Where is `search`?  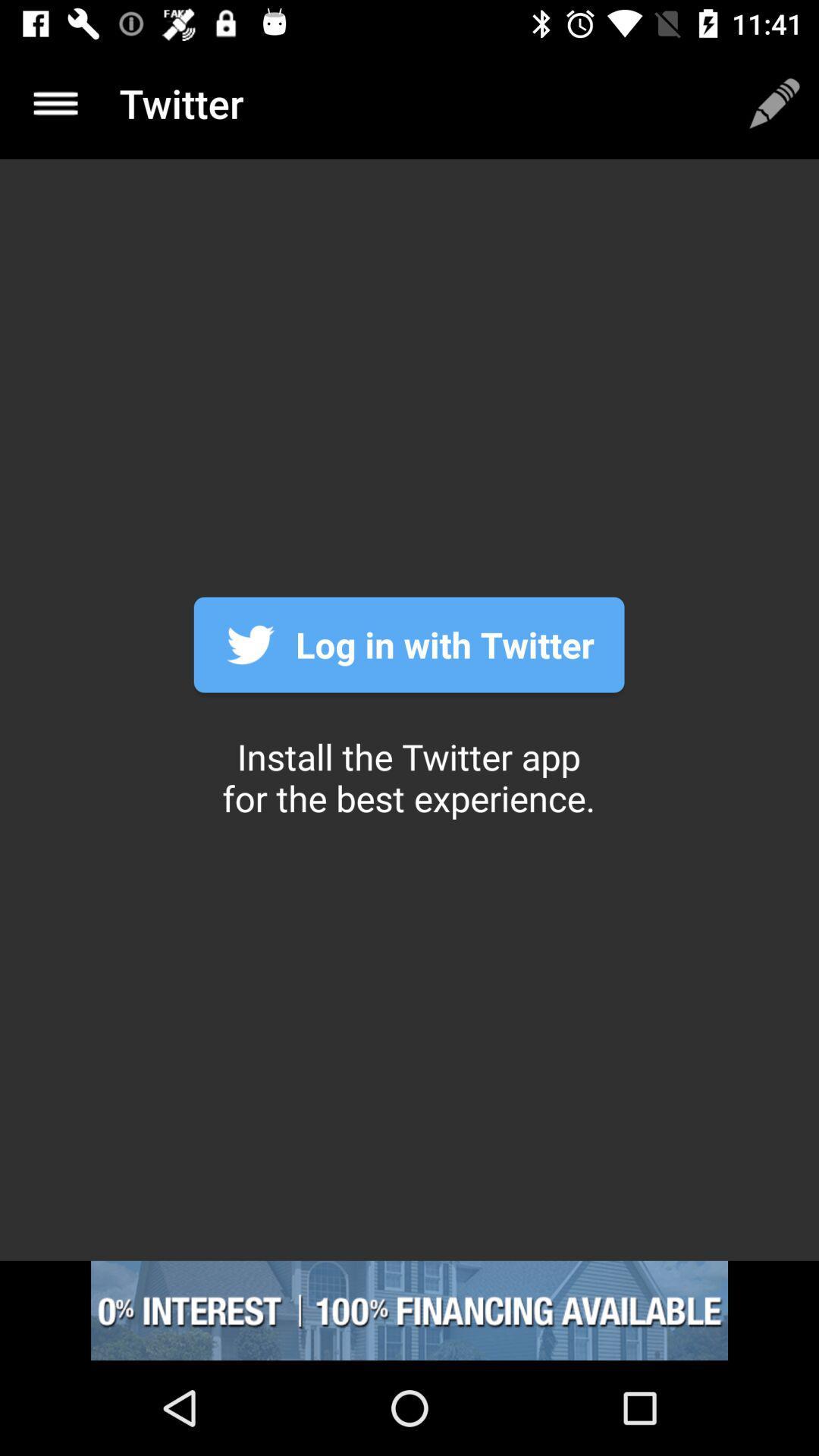
search is located at coordinates (55, 102).